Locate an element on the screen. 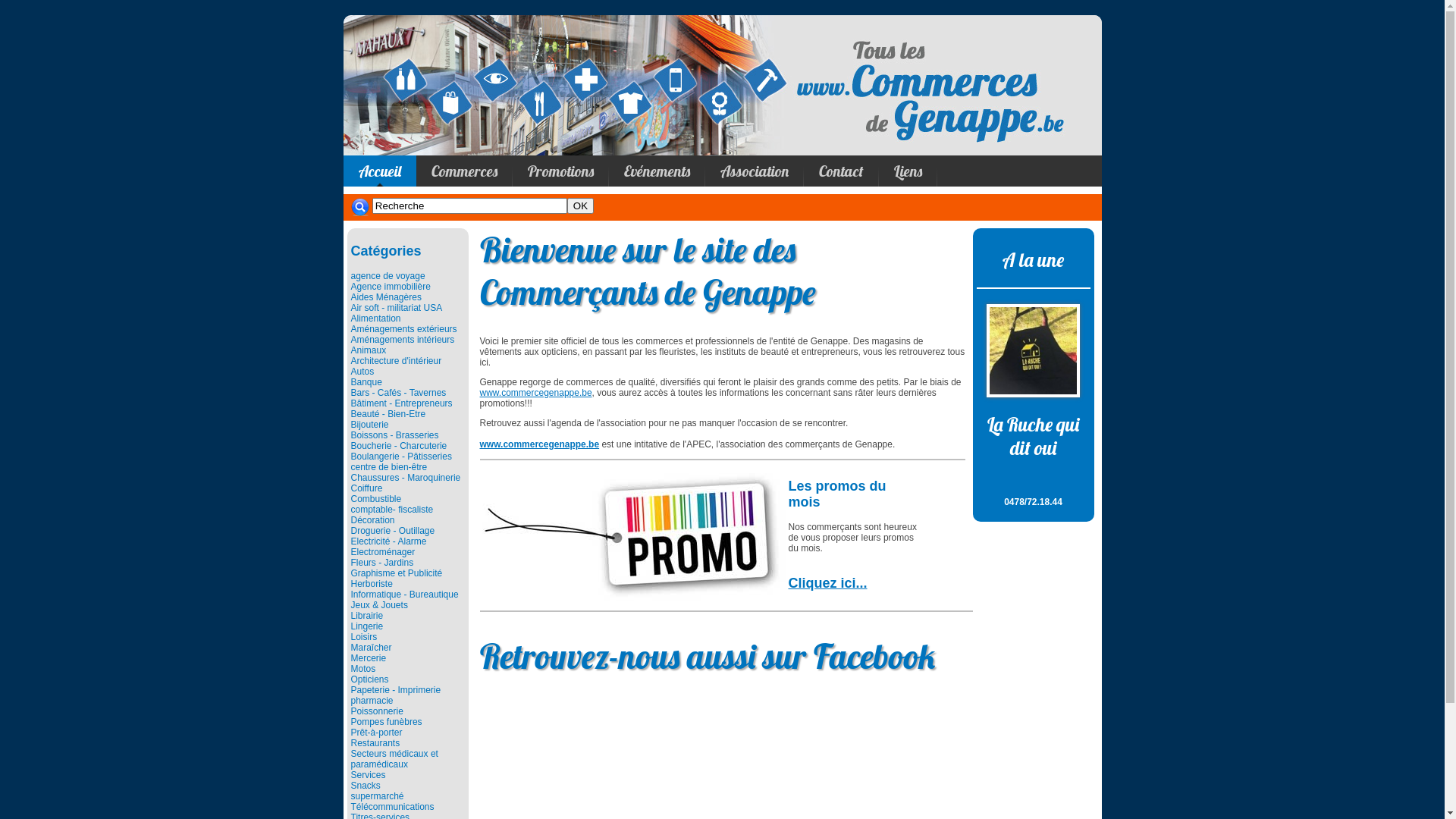 This screenshot has height=819, width=1456. 'Services' is located at coordinates (367, 775).